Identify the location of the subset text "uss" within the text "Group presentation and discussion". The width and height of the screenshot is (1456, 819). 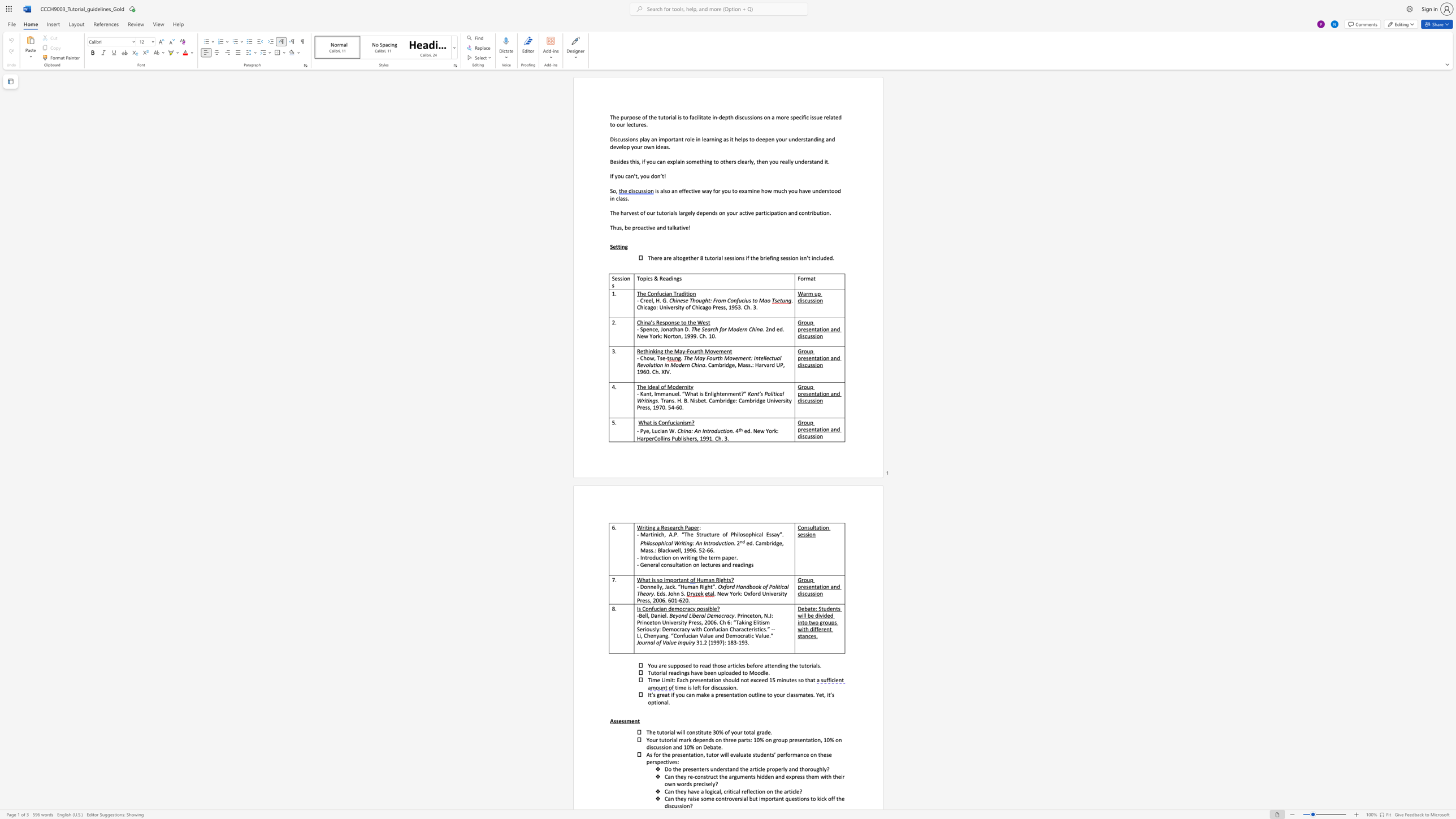
(807, 336).